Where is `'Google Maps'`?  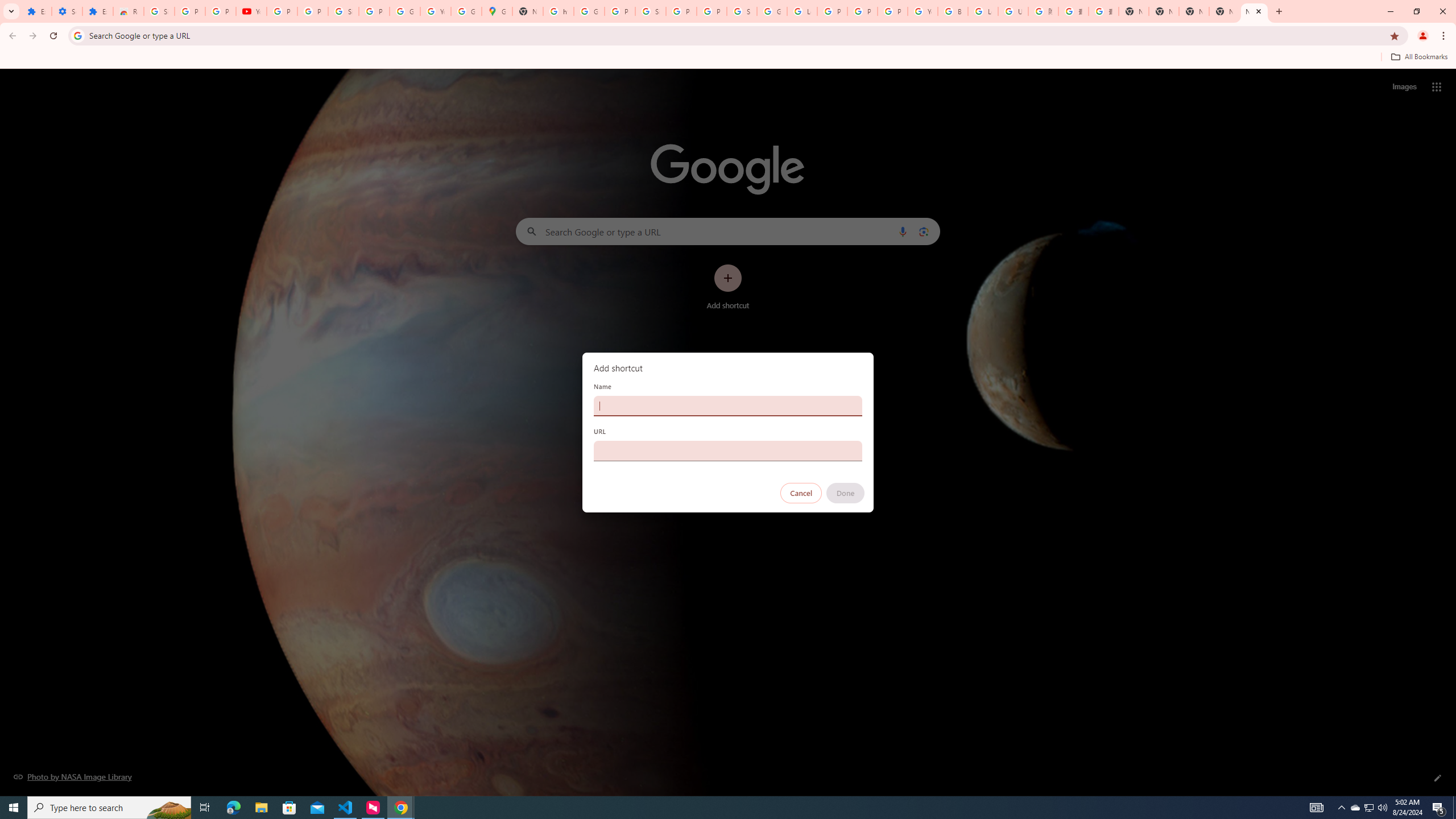
'Google Maps' is located at coordinates (496, 11).